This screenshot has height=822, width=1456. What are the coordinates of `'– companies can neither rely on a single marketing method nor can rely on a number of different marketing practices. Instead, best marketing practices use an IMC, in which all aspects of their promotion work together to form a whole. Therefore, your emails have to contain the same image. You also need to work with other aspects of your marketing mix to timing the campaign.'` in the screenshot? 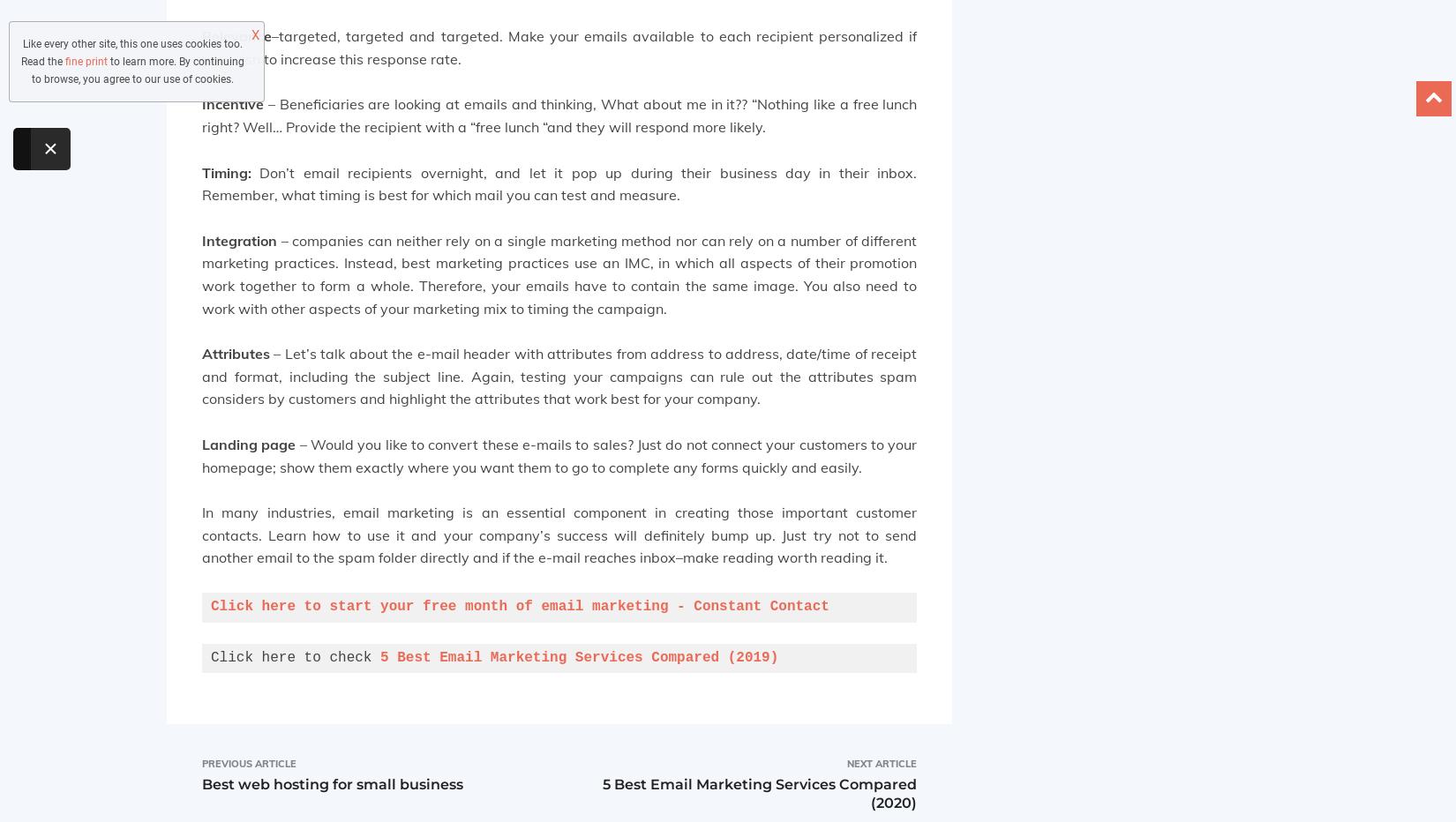 It's located at (558, 273).